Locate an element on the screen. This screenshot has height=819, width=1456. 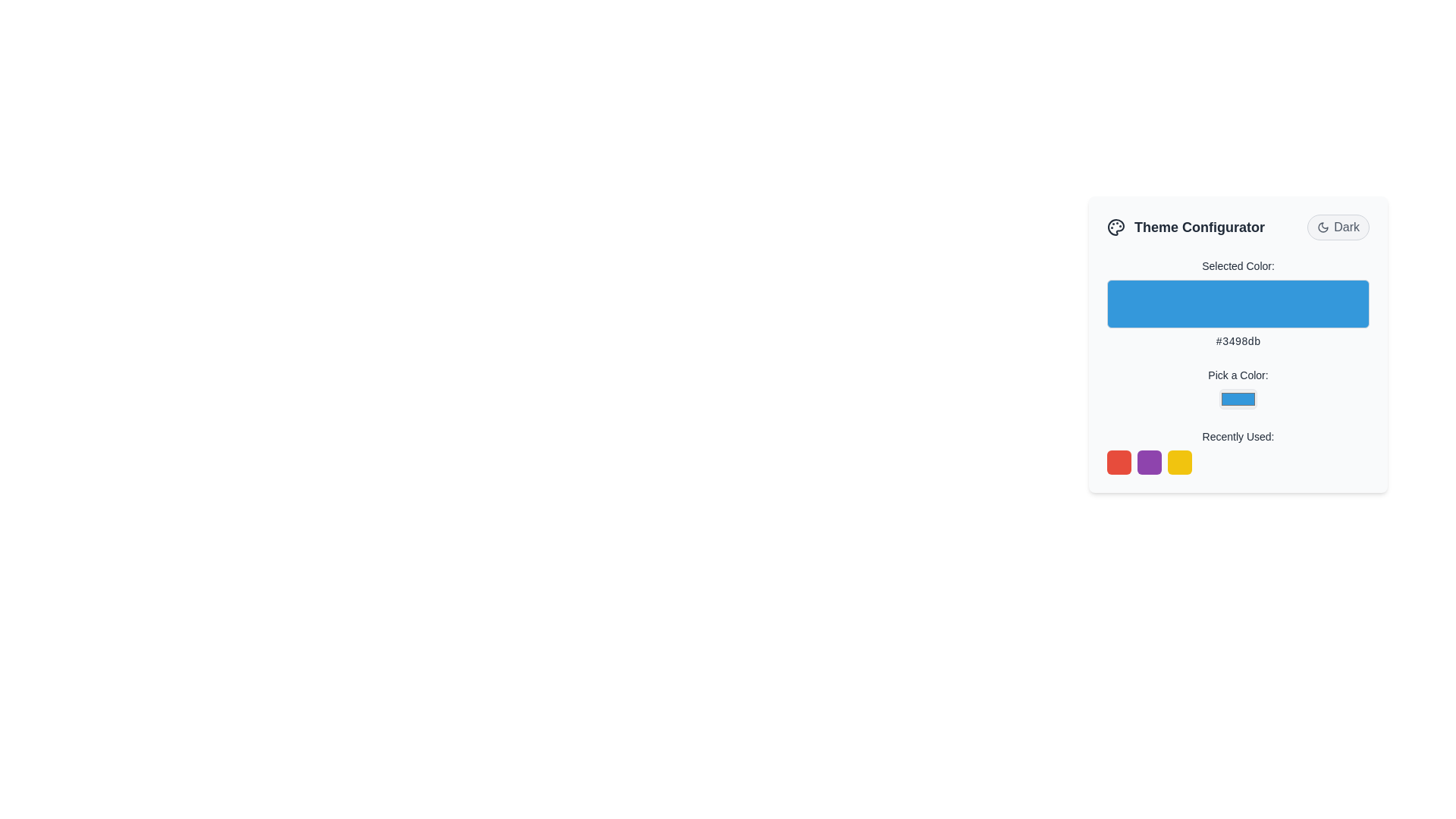
the text label displaying 'Recently Used:' located in the Theme Configurator card to understand the meaning of the subsequent items is located at coordinates (1238, 436).